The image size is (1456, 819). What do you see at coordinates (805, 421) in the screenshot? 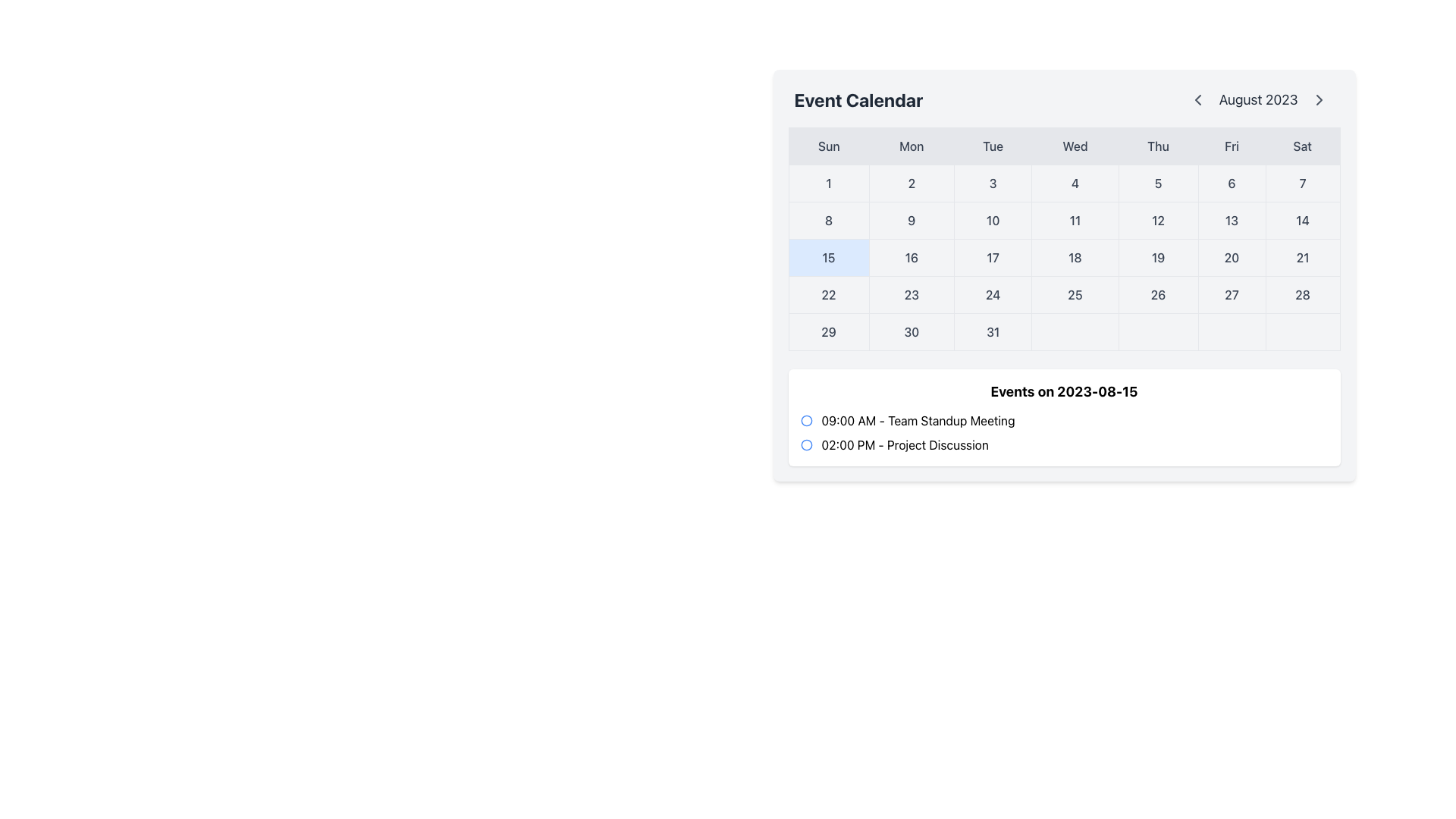
I see `the SVG circle indicator for the event on August 15, 2023, which is positioned near the middle-right side of the event details section` at bounding box center [805, 421].